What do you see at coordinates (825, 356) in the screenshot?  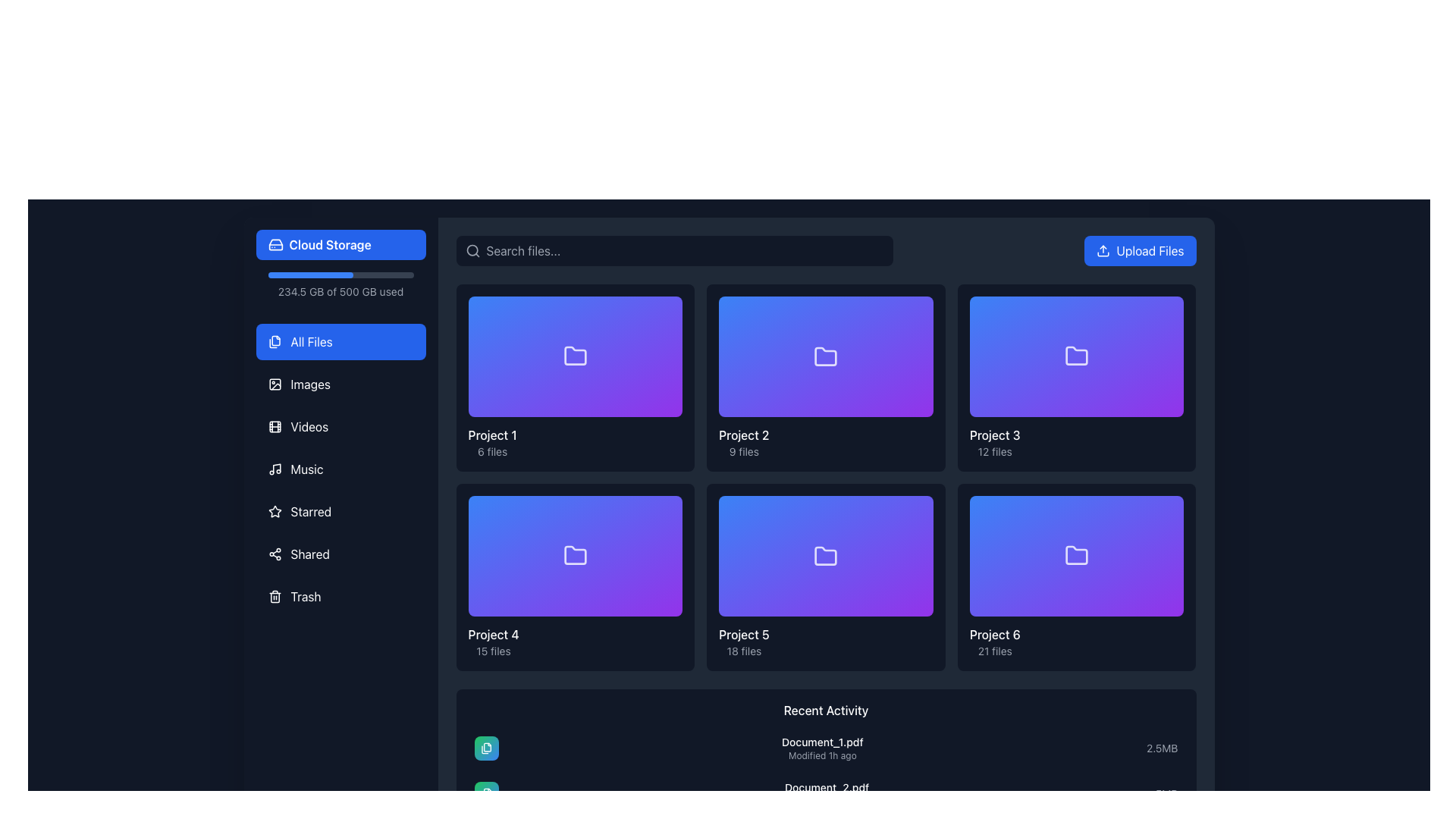 I see `the folder icon with a white outline, which is centrally placed in a purple gradient background card` at bounding box center [825, 356].